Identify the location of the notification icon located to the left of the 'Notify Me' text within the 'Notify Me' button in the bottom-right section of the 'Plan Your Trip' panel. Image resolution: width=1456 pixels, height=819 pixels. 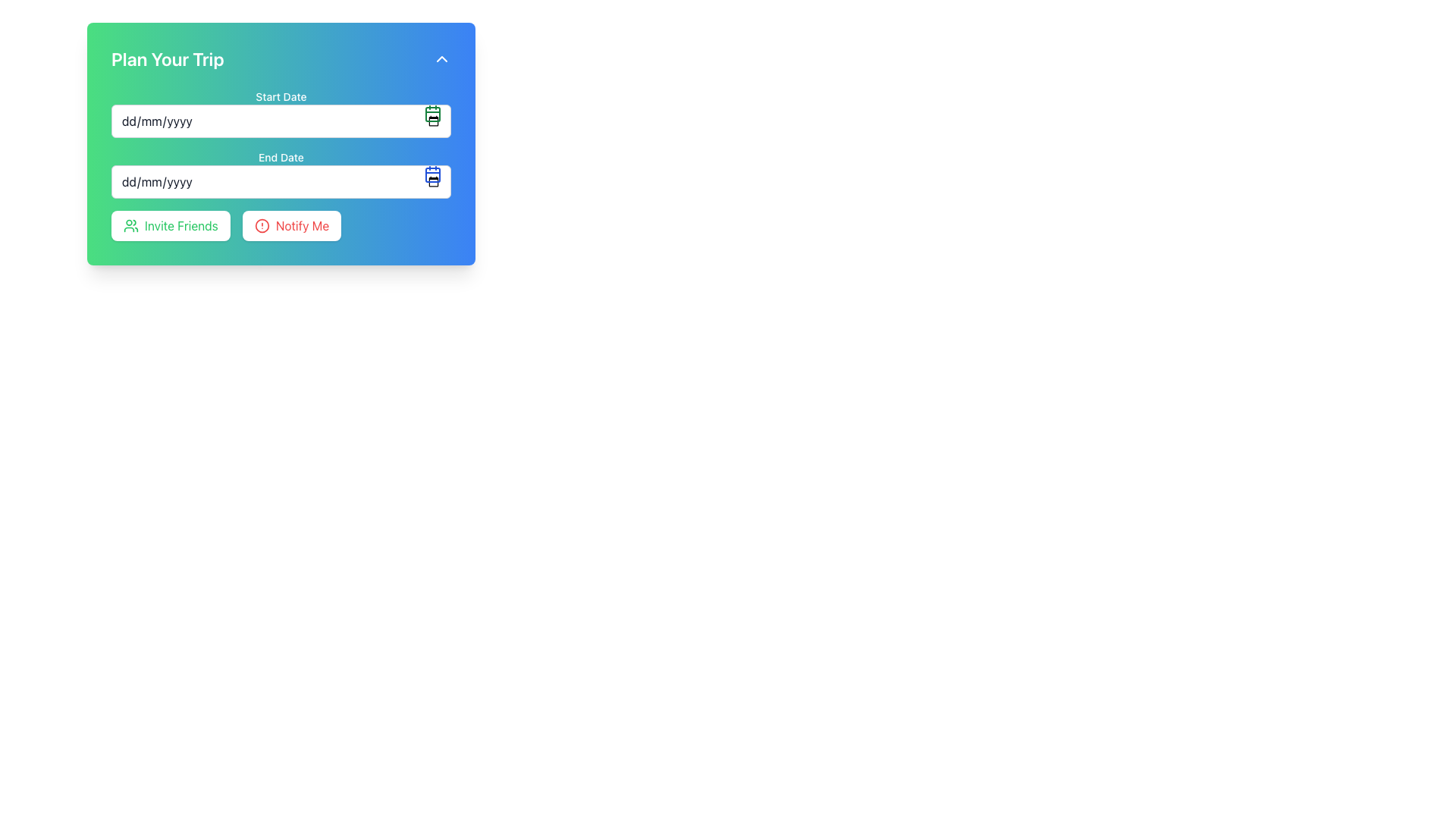
(262, 225).